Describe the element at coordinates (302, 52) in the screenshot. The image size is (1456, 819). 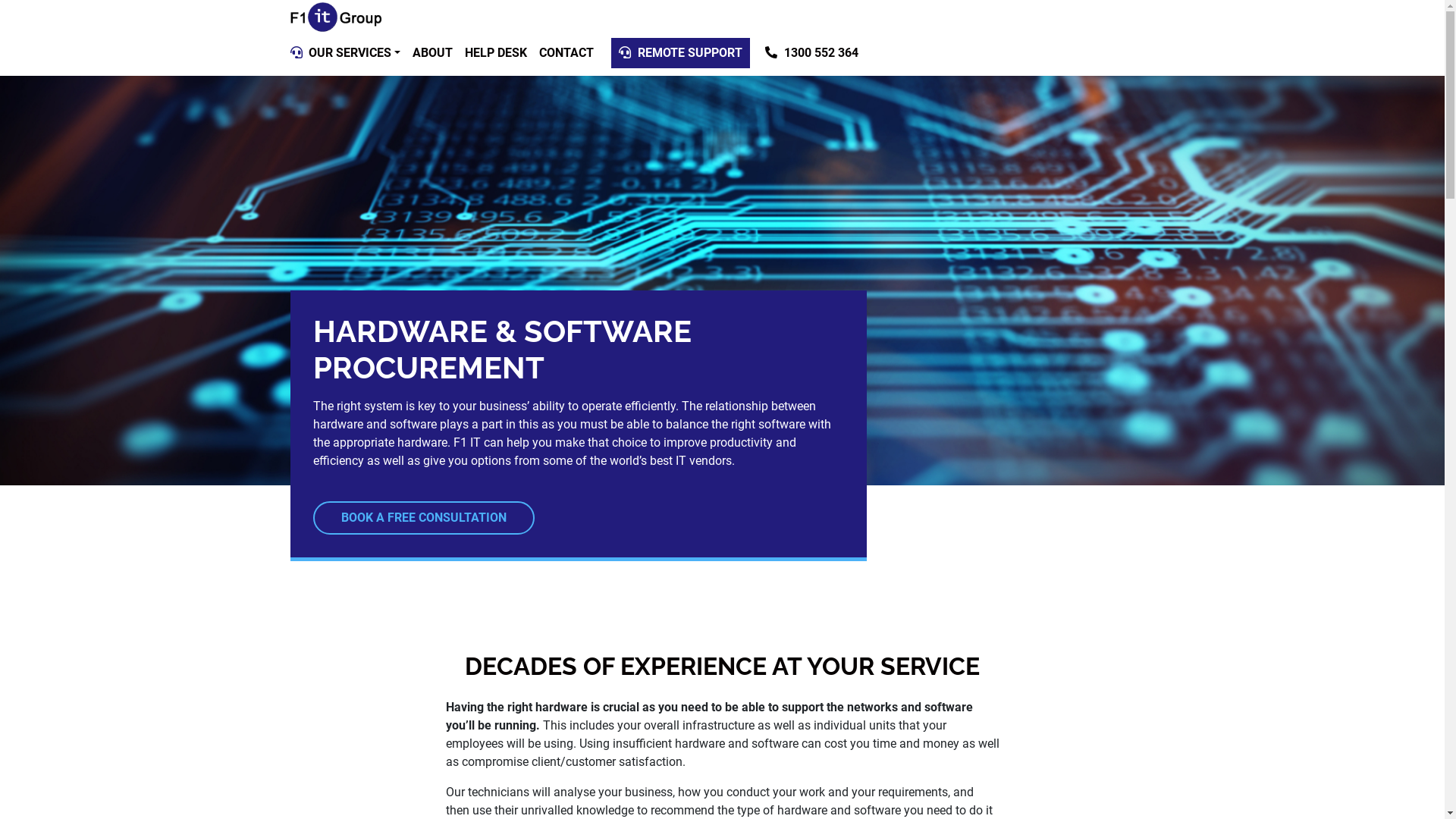
I see `'OUR SERVICES'` at that location.